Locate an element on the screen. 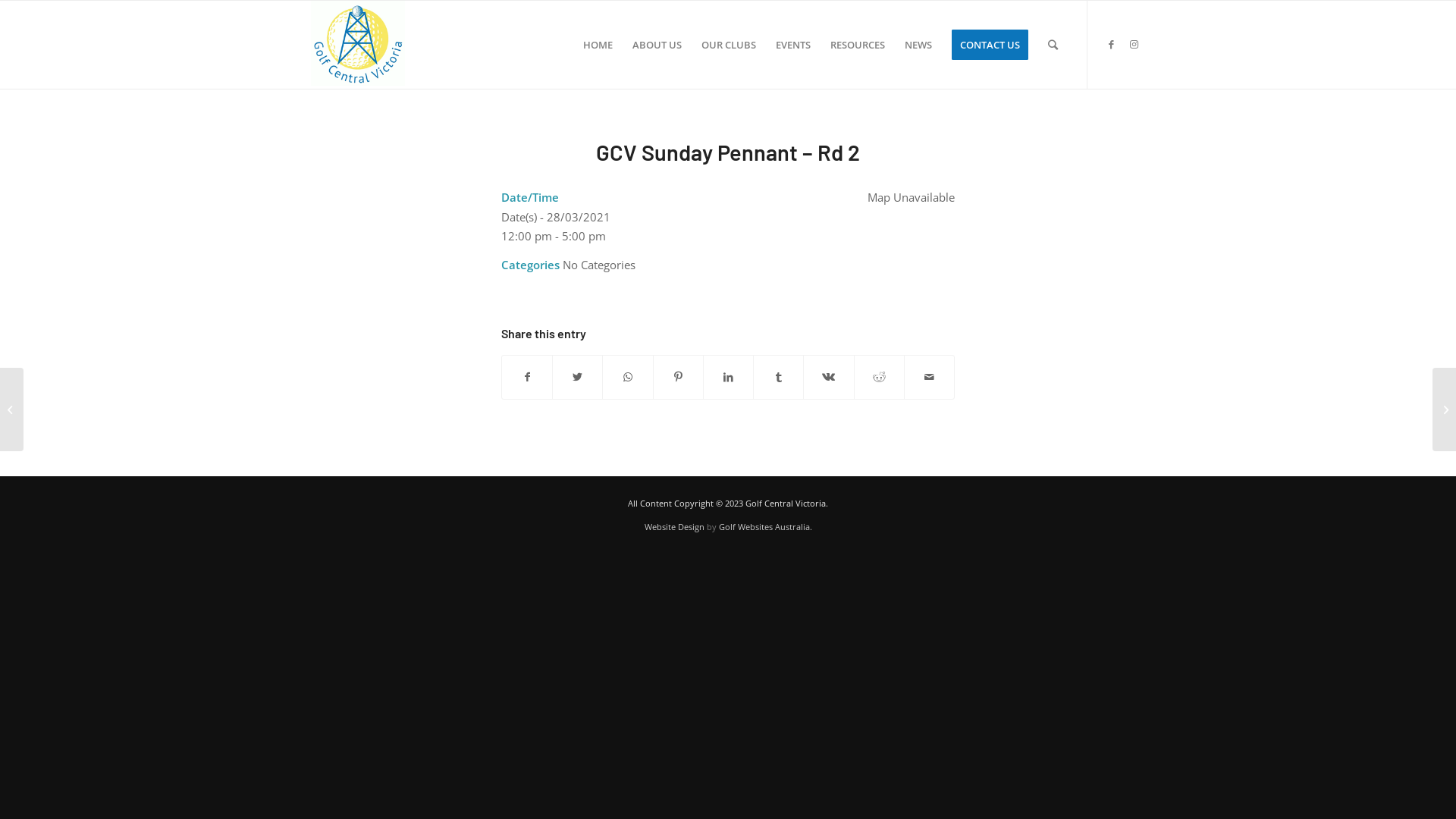  'Golf Websites Australia.' is located at coordinates (765, 526).